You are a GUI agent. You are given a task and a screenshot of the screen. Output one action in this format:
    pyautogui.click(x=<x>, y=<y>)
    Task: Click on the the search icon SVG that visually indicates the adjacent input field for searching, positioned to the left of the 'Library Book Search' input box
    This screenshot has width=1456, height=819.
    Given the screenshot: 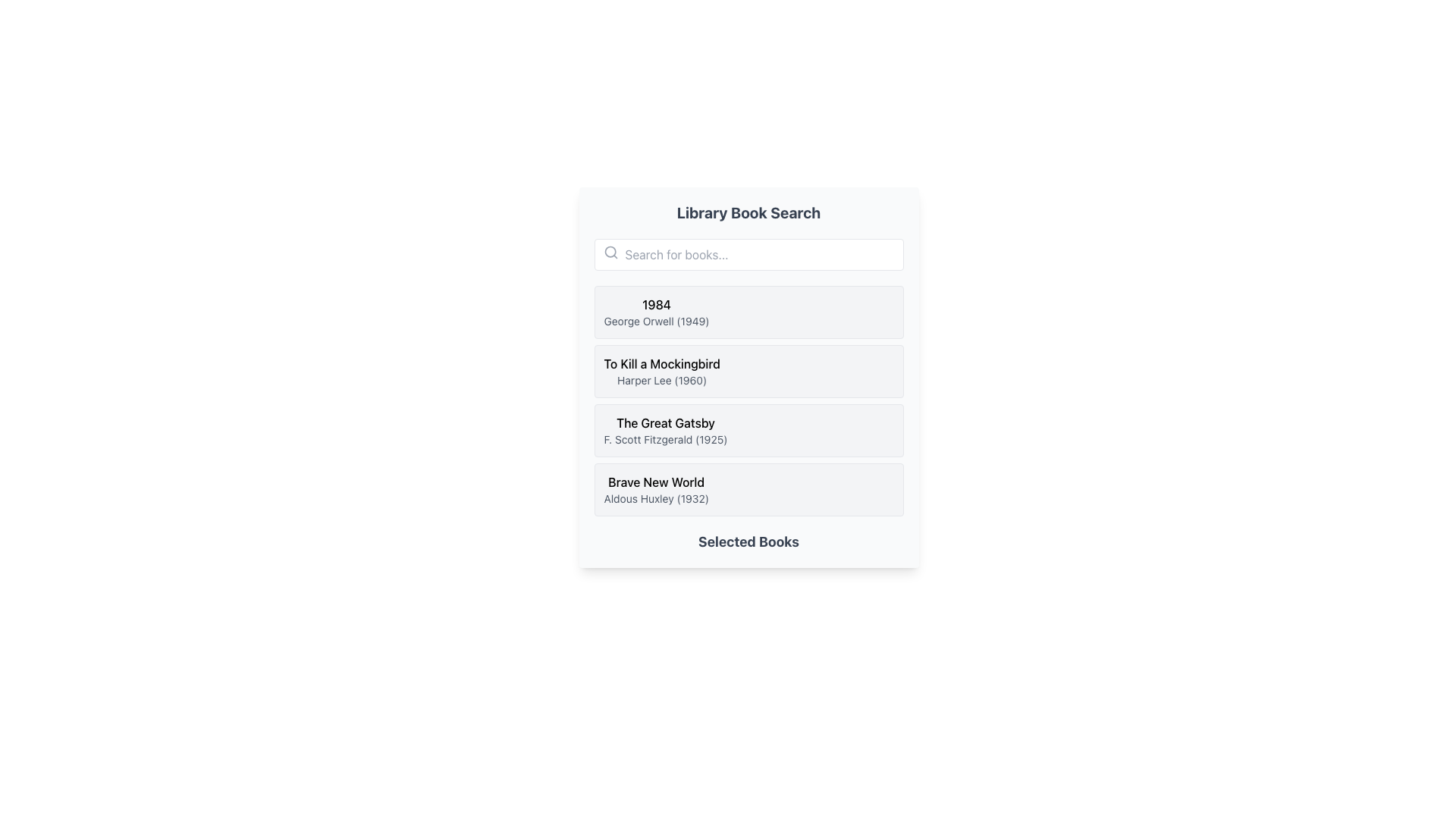 What is the action you would take?
    pyautogui.click(x=610, y=251)
    